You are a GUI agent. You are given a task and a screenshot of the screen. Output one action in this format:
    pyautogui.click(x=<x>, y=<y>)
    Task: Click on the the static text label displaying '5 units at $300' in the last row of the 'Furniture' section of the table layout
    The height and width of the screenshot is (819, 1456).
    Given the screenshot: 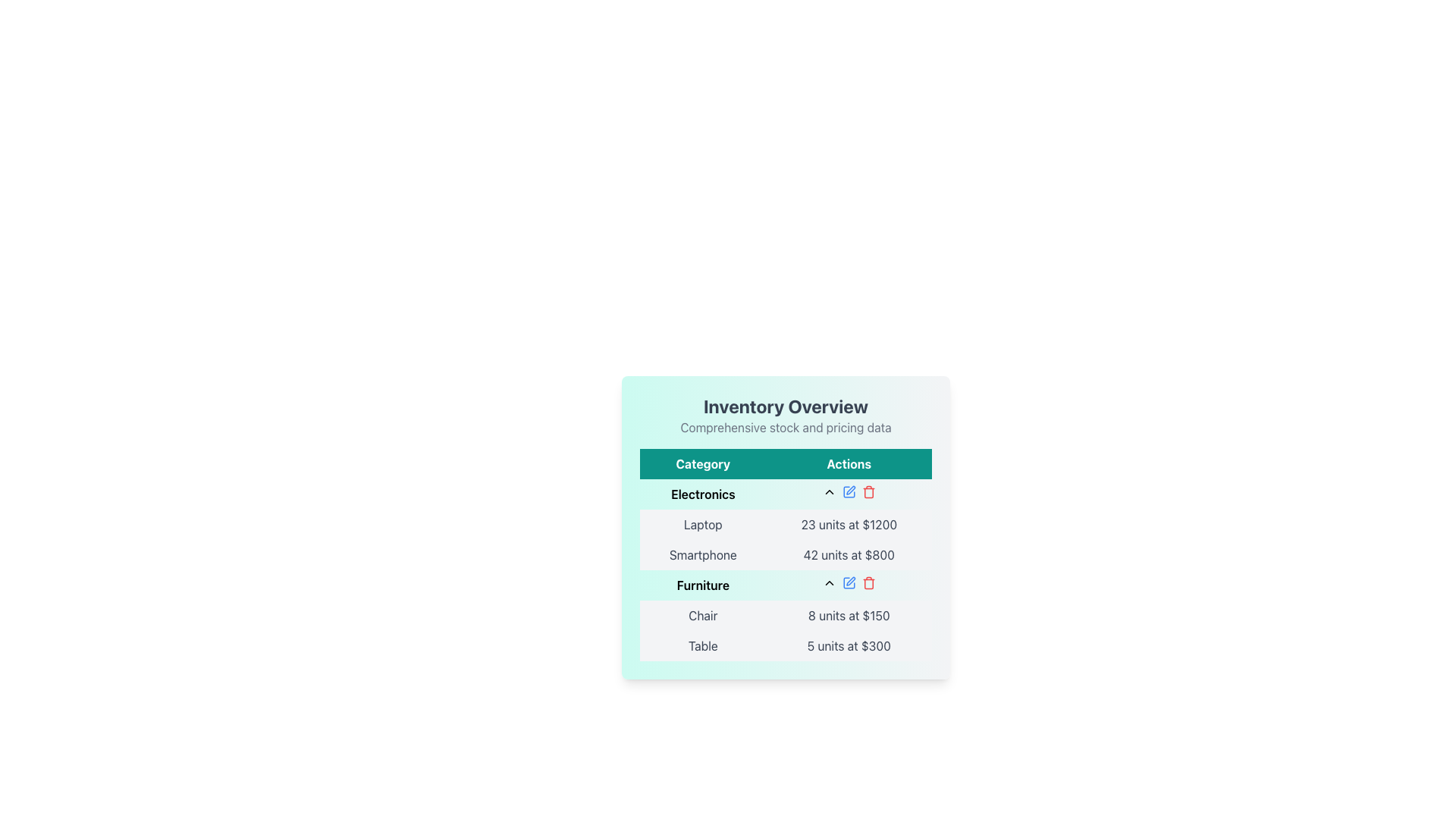 What is the action you would take?
    pyautogui.click(x=848, y=646)
    